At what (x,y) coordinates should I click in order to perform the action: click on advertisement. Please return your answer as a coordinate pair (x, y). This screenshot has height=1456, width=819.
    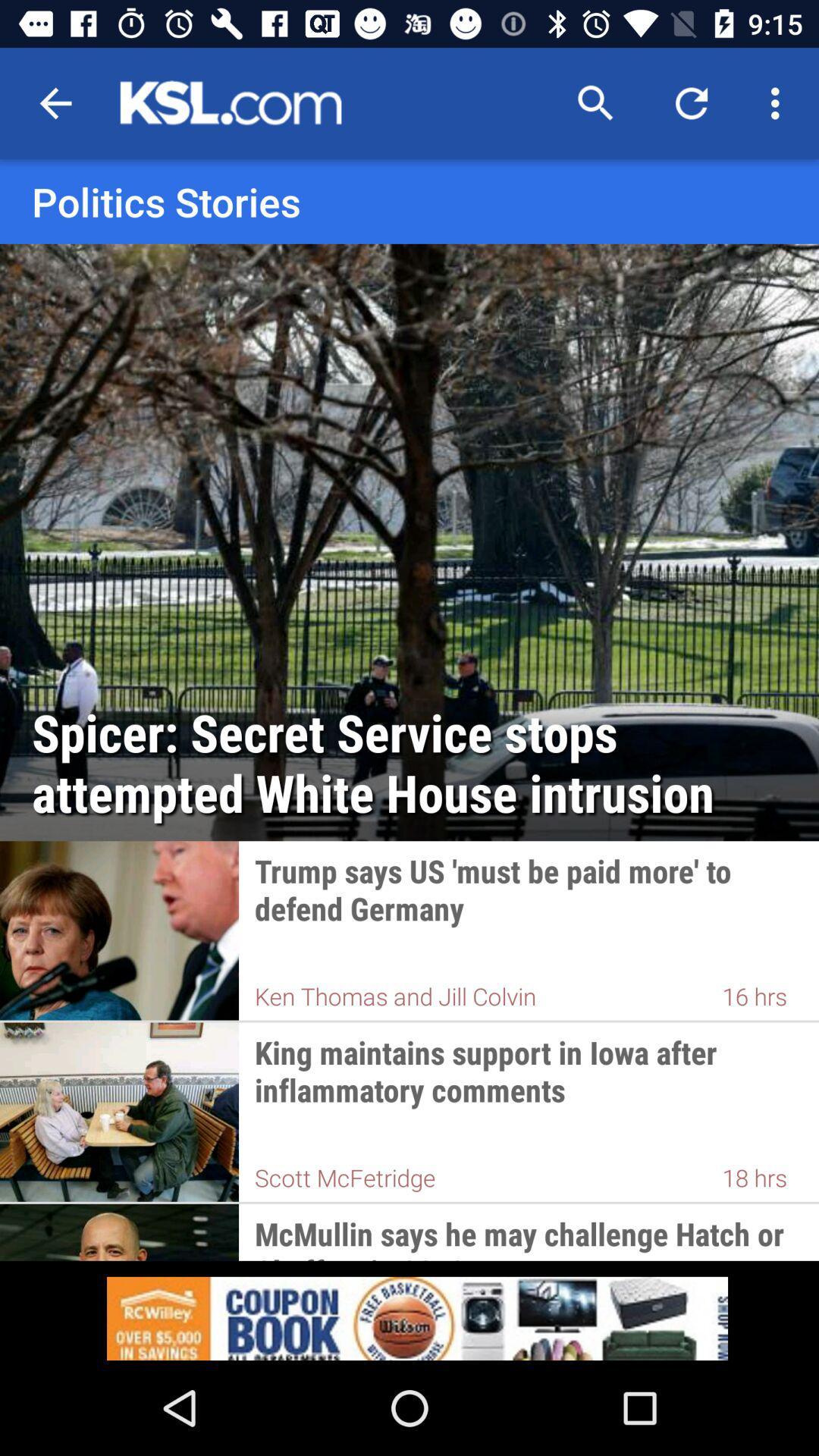
    Looking at the image, I should click on (409, 1310).